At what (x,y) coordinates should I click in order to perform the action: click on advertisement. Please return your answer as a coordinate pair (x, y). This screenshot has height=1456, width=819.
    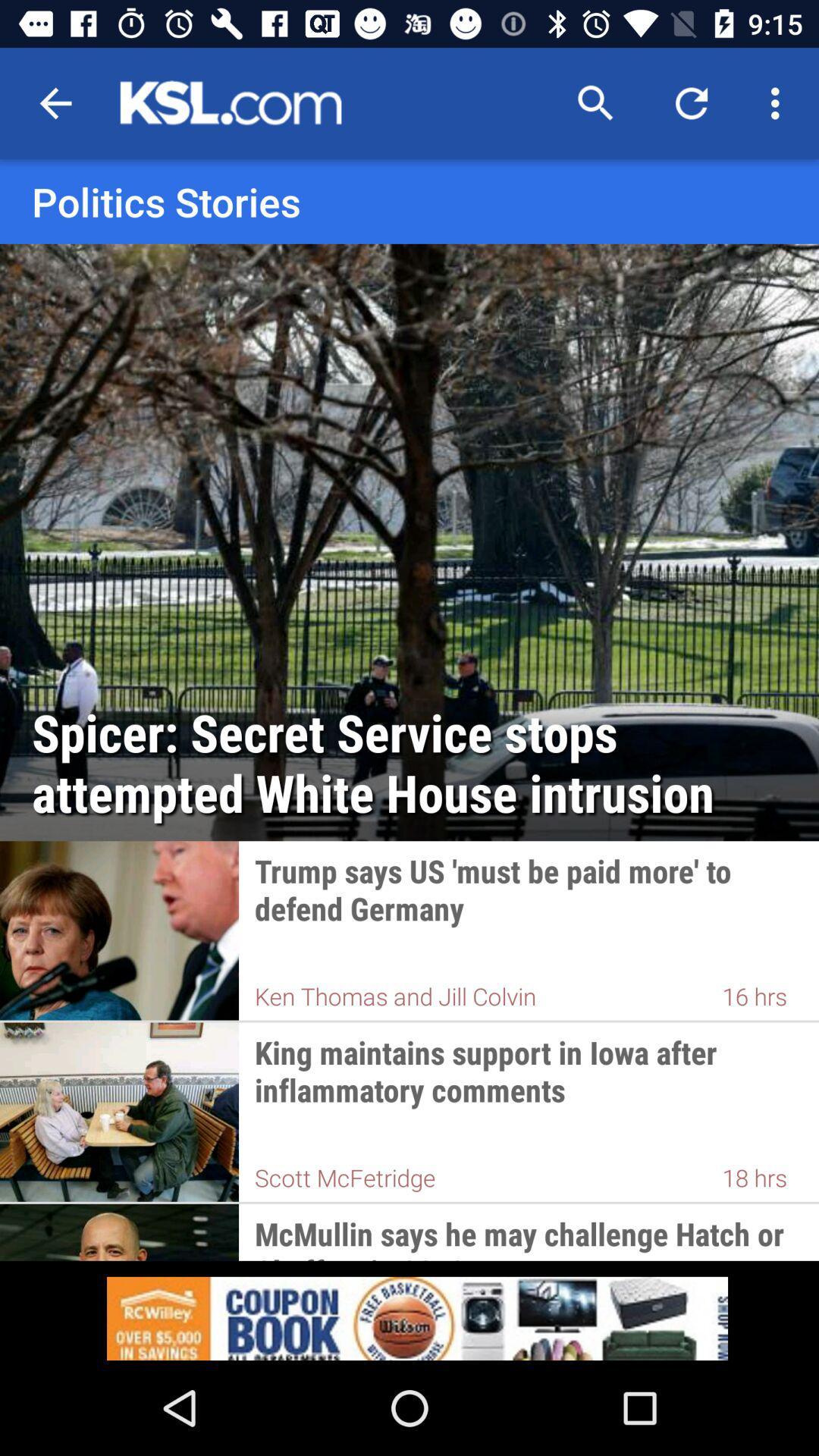
    Looking at the image, I should click on (409, 1310).